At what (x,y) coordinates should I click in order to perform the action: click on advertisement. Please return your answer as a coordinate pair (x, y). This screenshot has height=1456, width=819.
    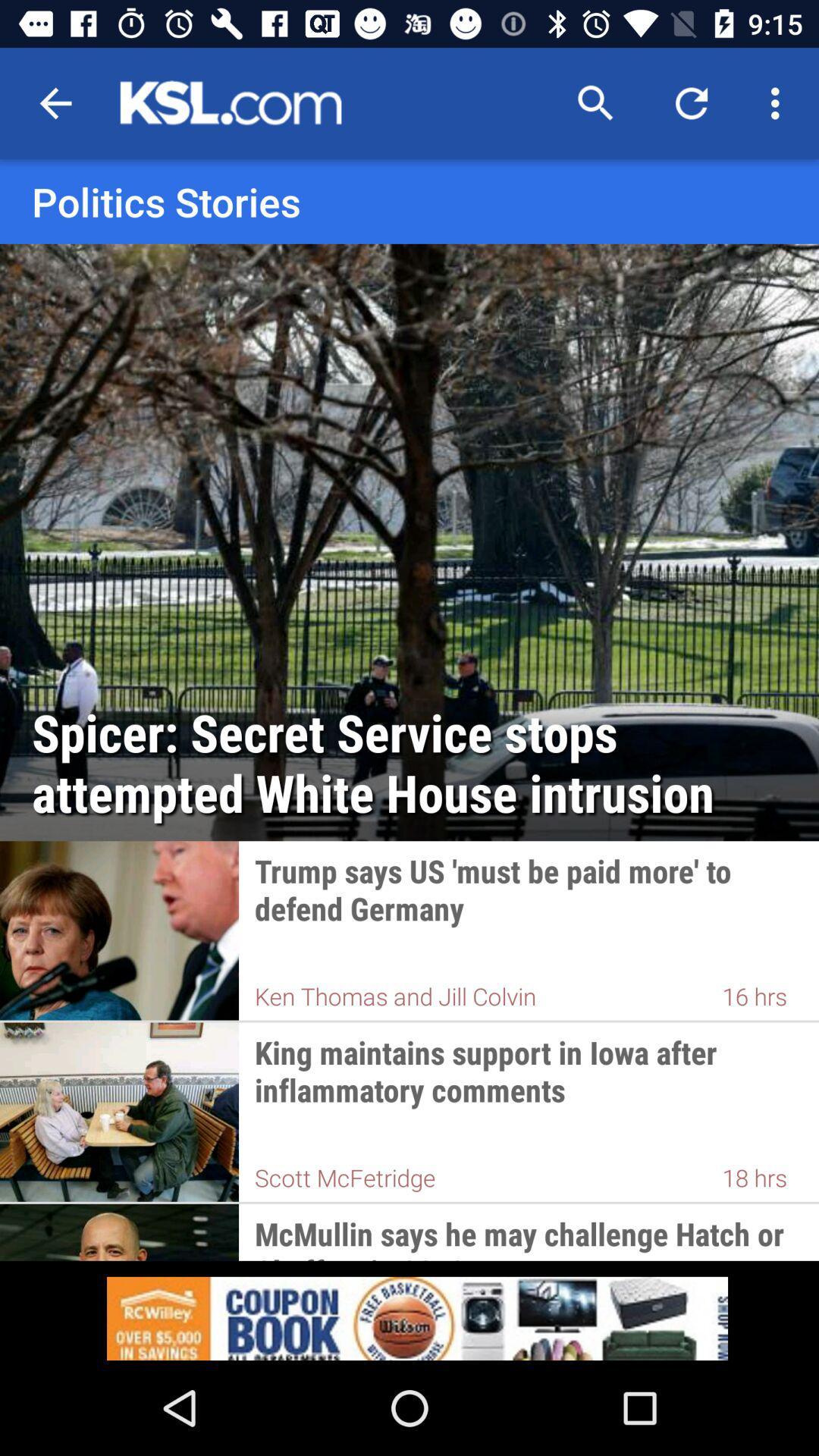
    Looking at the image, I should click on (409, 1310).